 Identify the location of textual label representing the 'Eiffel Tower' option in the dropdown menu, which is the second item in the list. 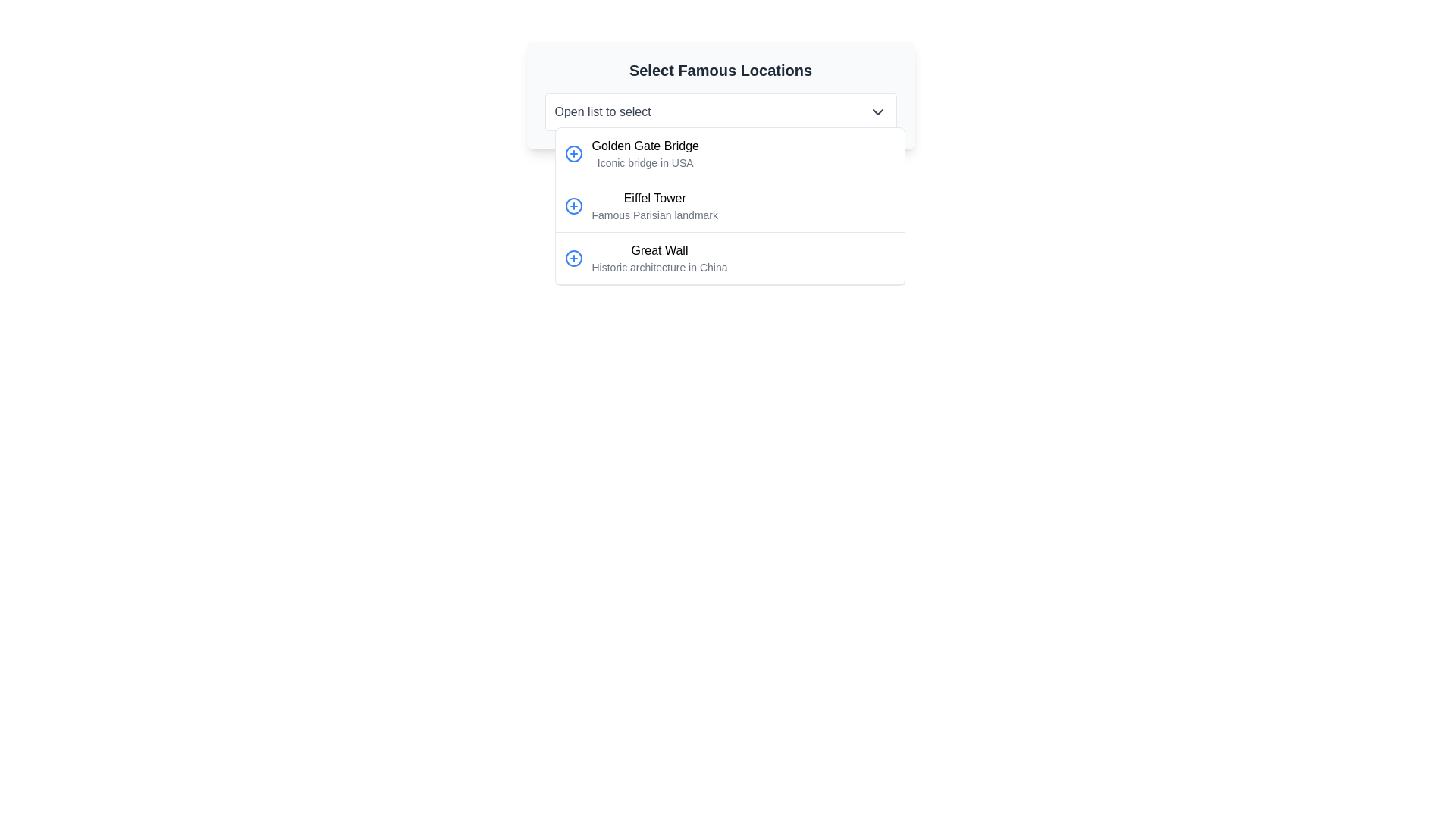
(654, 198).